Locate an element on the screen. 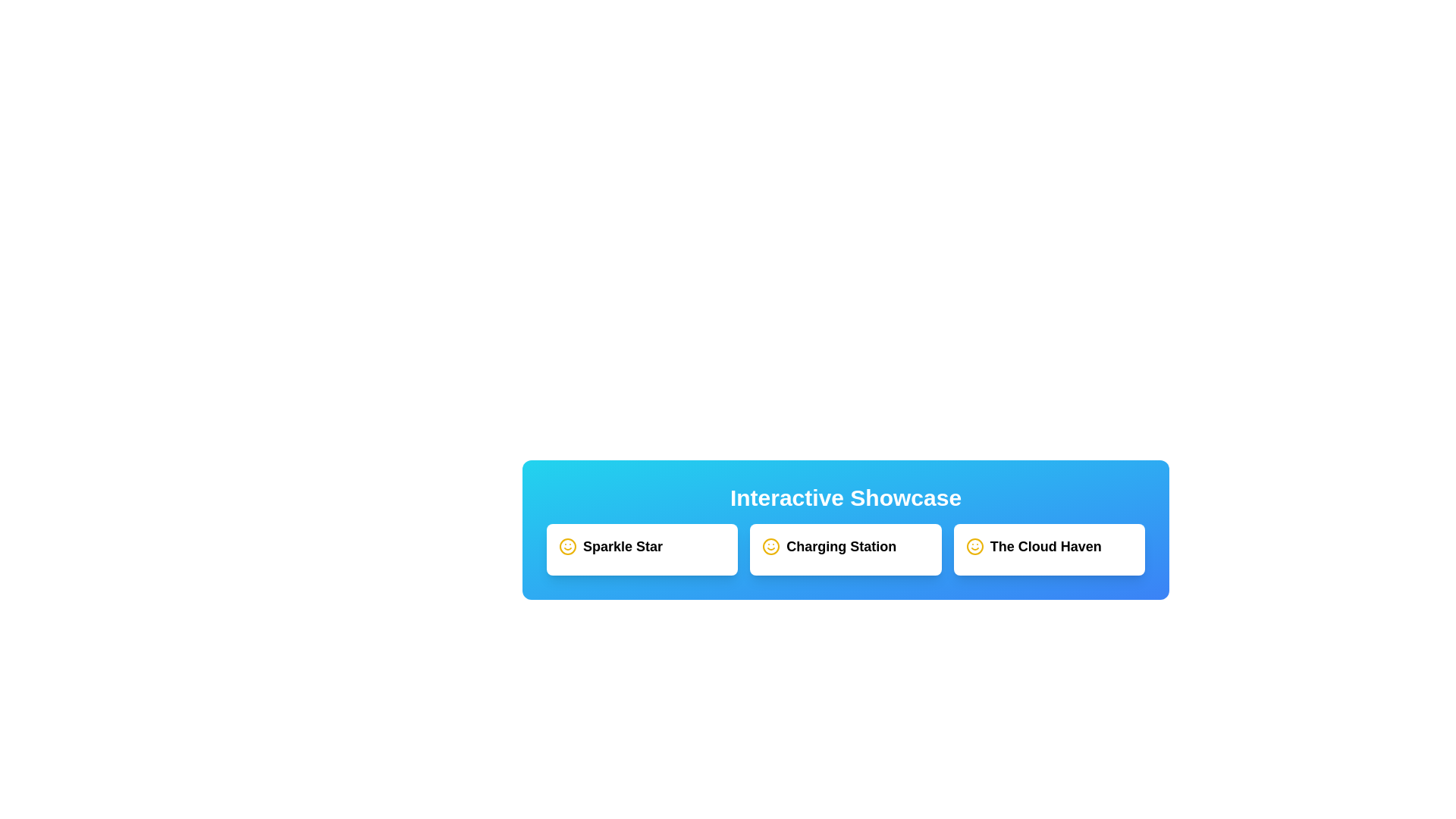 The height and width of the screenshot is (819, 1456). the text label 'Sparkle Star' which is aligned to the left side next to a smiley icon in the first card under the 'Interactive Showcase' header is located at coordinates (623, 547).